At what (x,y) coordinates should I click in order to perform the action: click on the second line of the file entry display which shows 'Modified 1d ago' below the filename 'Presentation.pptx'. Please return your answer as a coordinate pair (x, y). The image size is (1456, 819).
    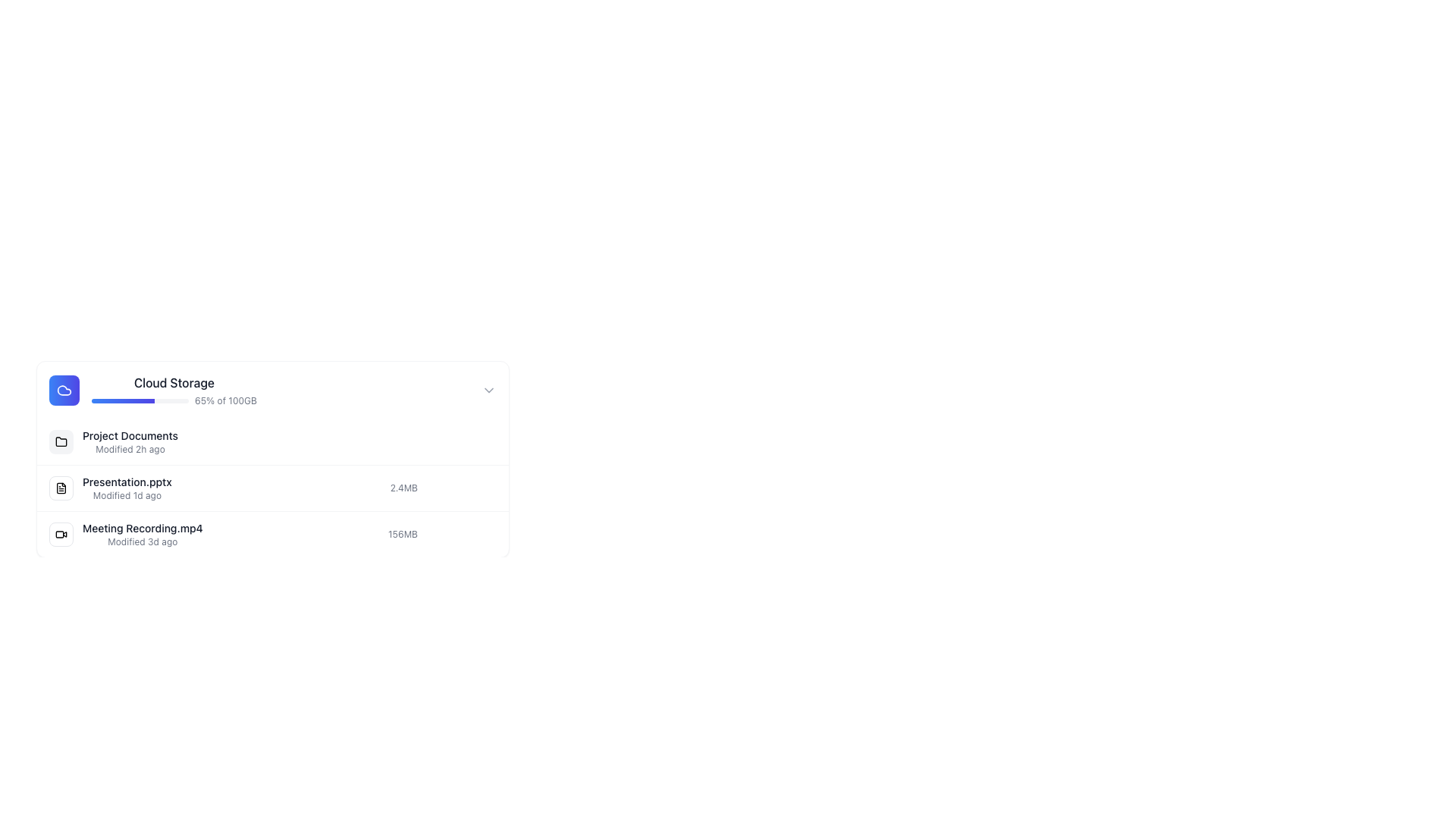
    Looking at the image, I should click on (127, 488).